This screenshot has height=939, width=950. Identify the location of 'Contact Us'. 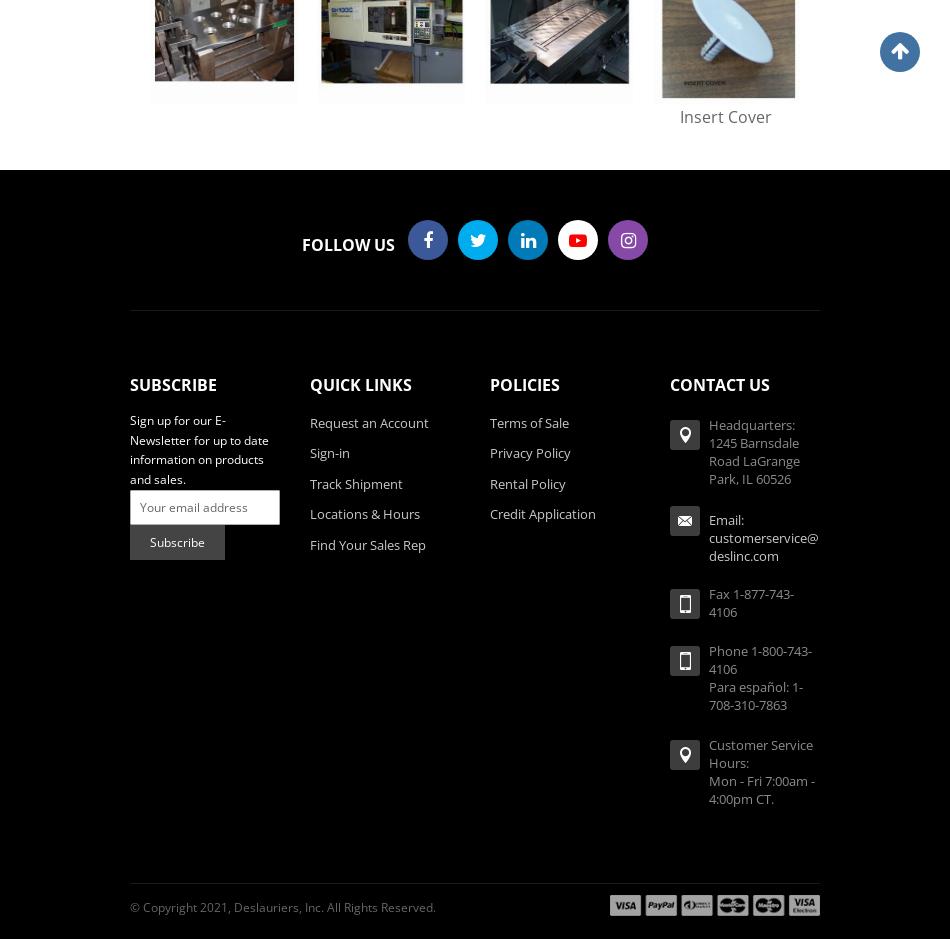
(670, 384).